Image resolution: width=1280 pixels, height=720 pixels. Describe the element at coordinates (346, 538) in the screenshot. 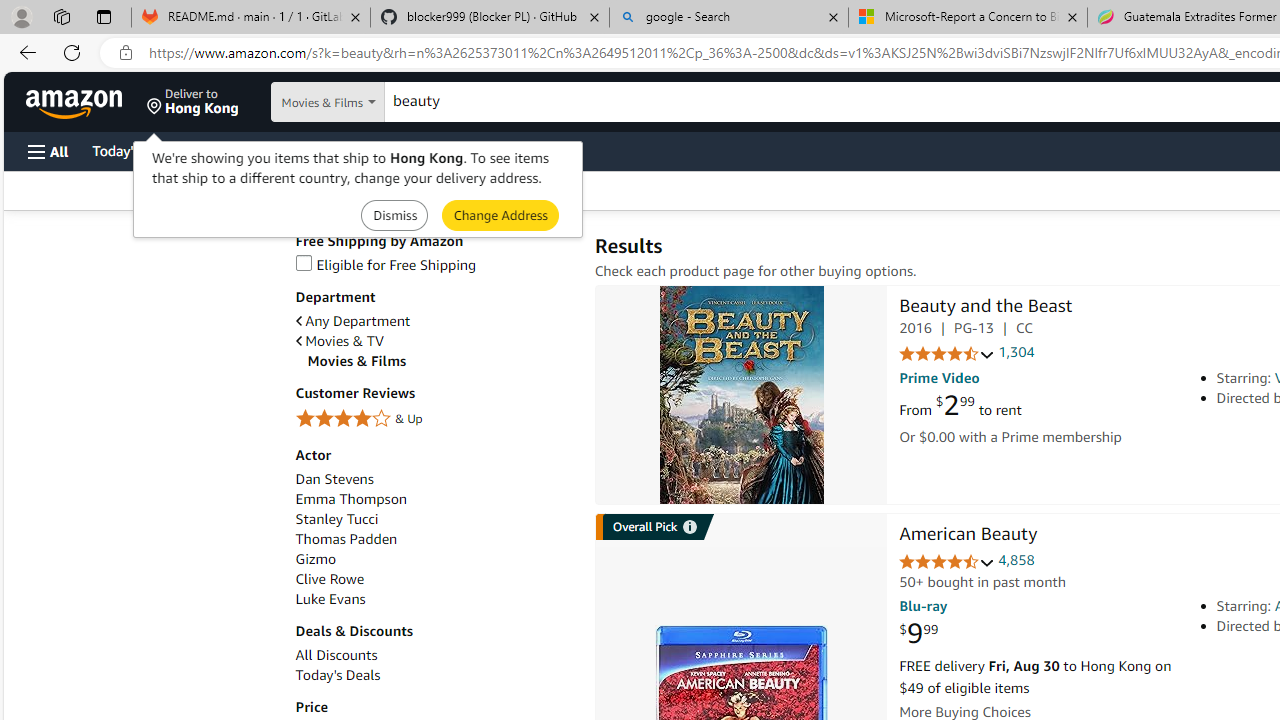

I see `'Thomas Padden'` at that location.